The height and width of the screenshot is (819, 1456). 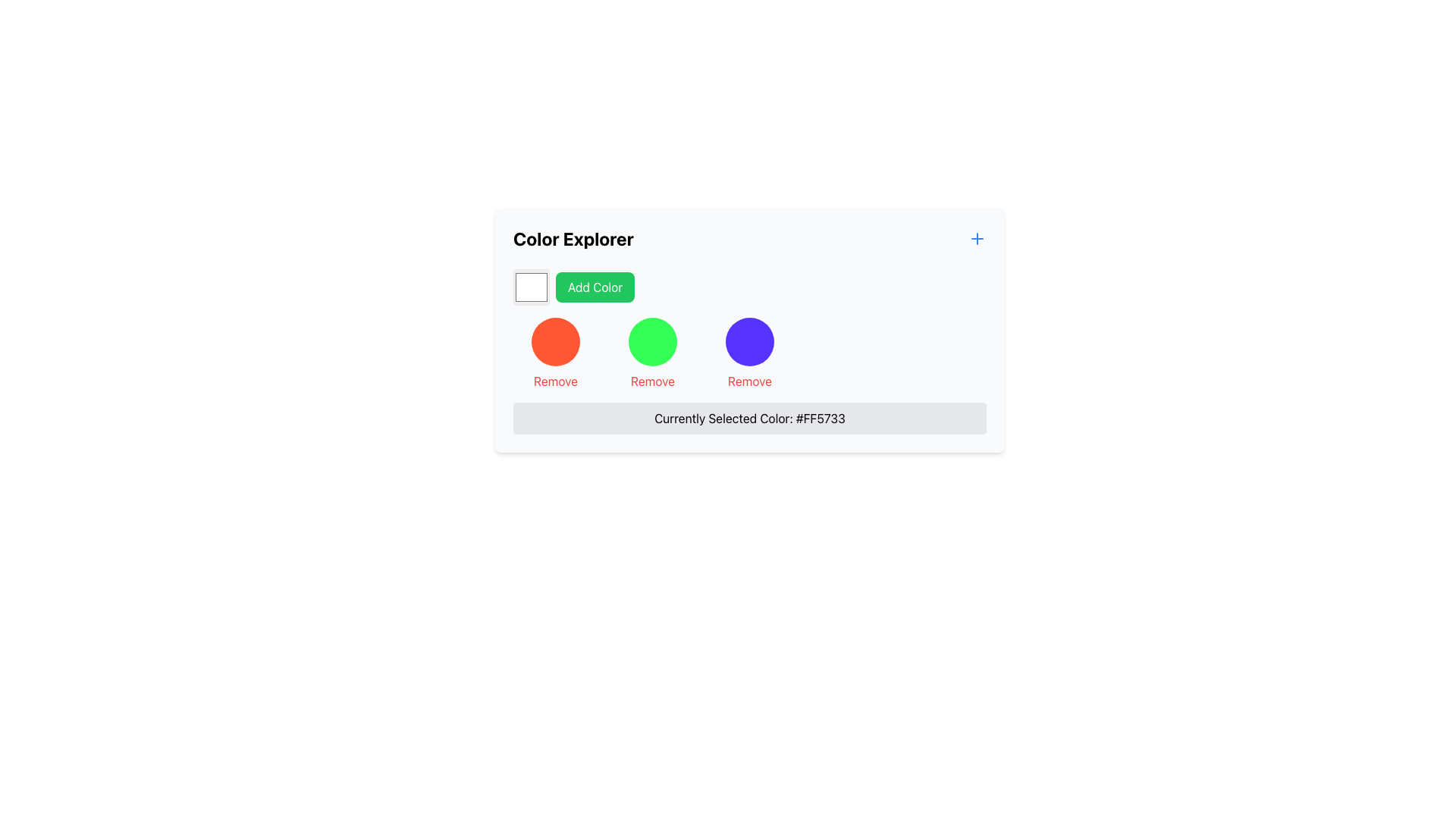 What do you see at coordinates (652, 380) in the screenshot?
I see `the 'Remove' button displayed in red font, which is located below a green circular icon and is the second among three similar buttons, to observe the underline effect` at bounding box center [652, 380].